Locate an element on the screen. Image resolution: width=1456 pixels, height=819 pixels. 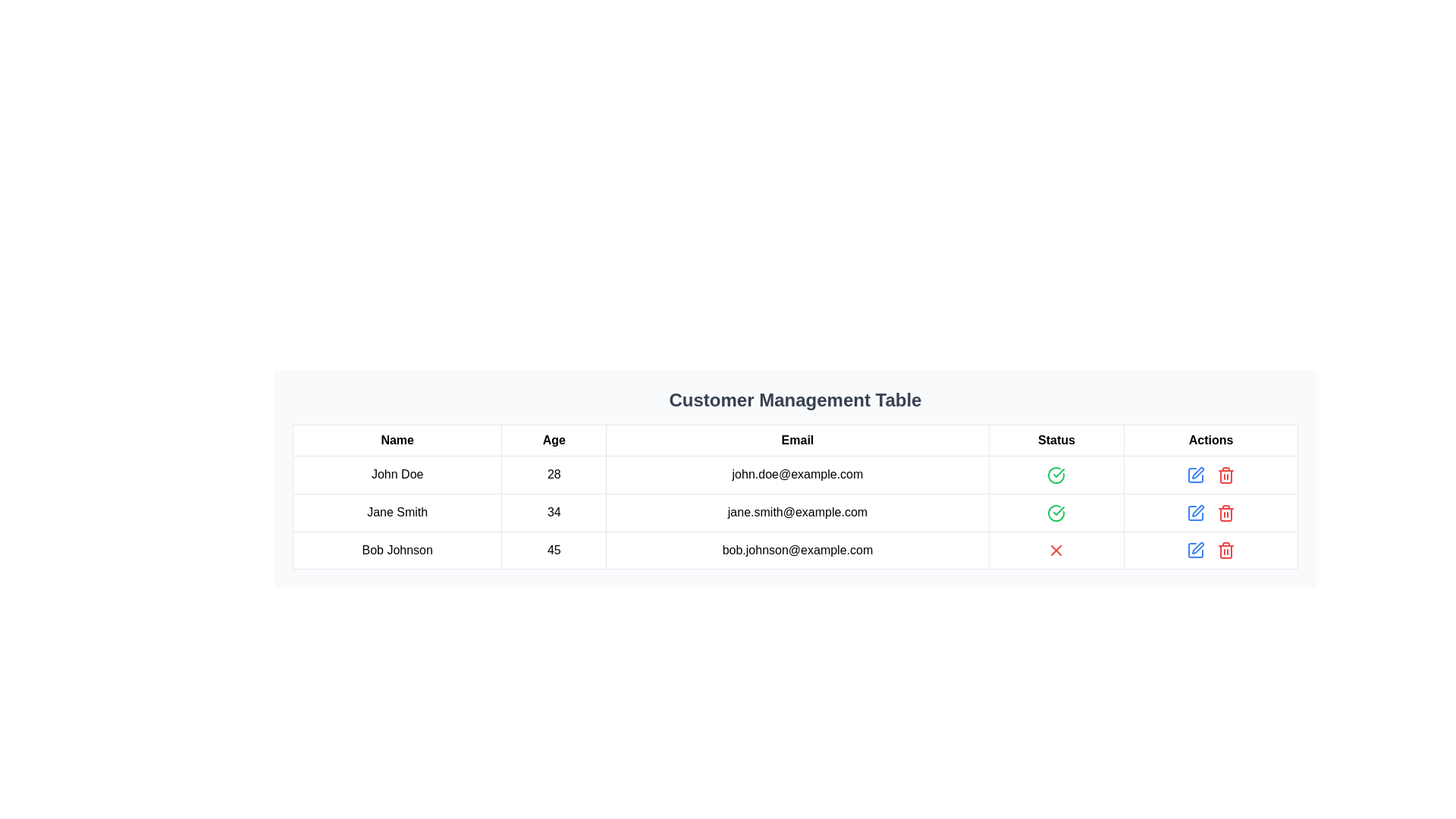
the edit action button located in the 'Actions' column of the second row is located at coordinates (1195, 474).